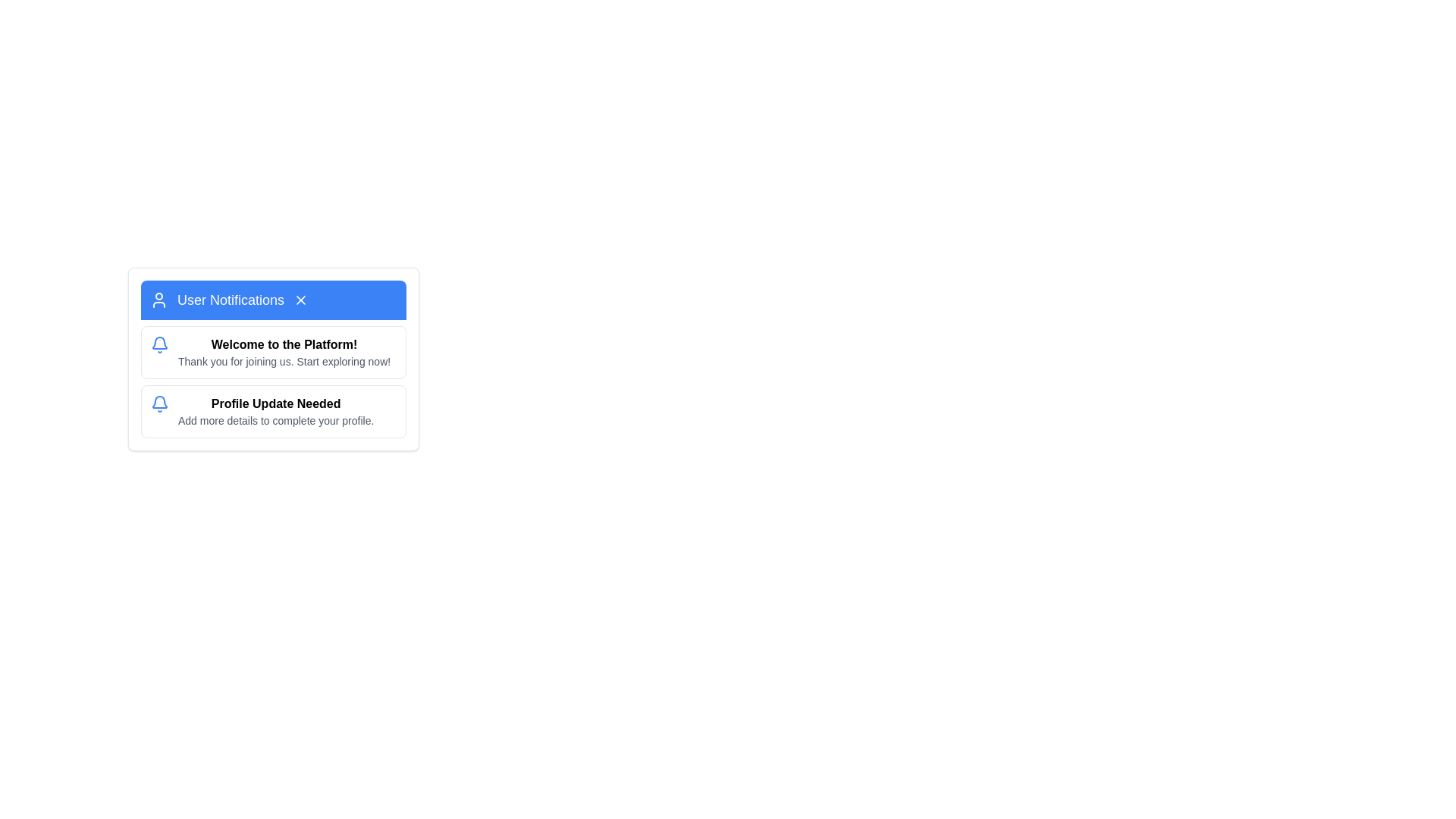  Describe the element at coordinates (276, 412) in the screenshot. I see `text content that informs the user about the need to update their profile, located in the middle of the notification card below the 'Welcome to the Platform!' message` at that location.